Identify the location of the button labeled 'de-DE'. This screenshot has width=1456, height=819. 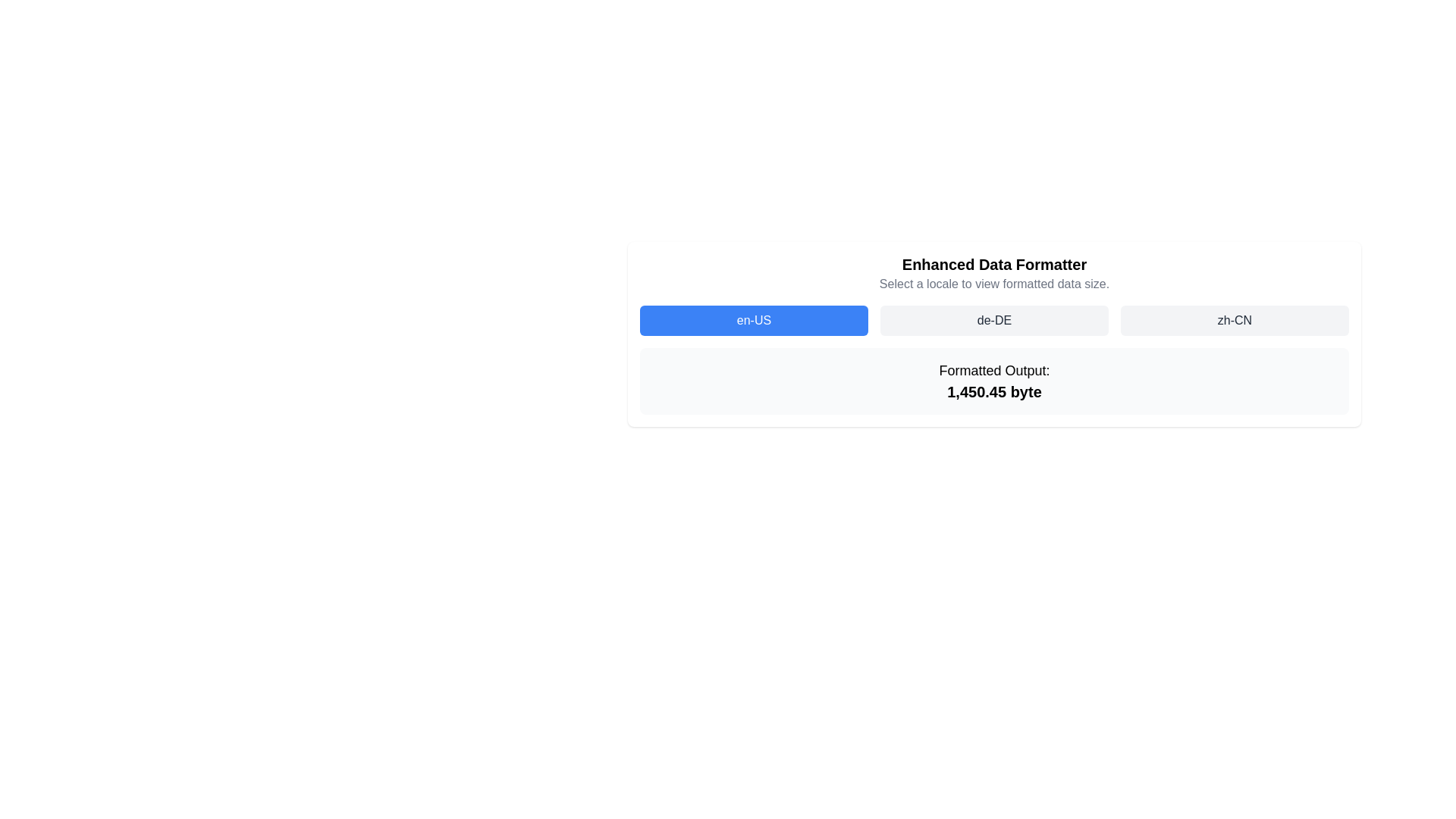
(994, 320).